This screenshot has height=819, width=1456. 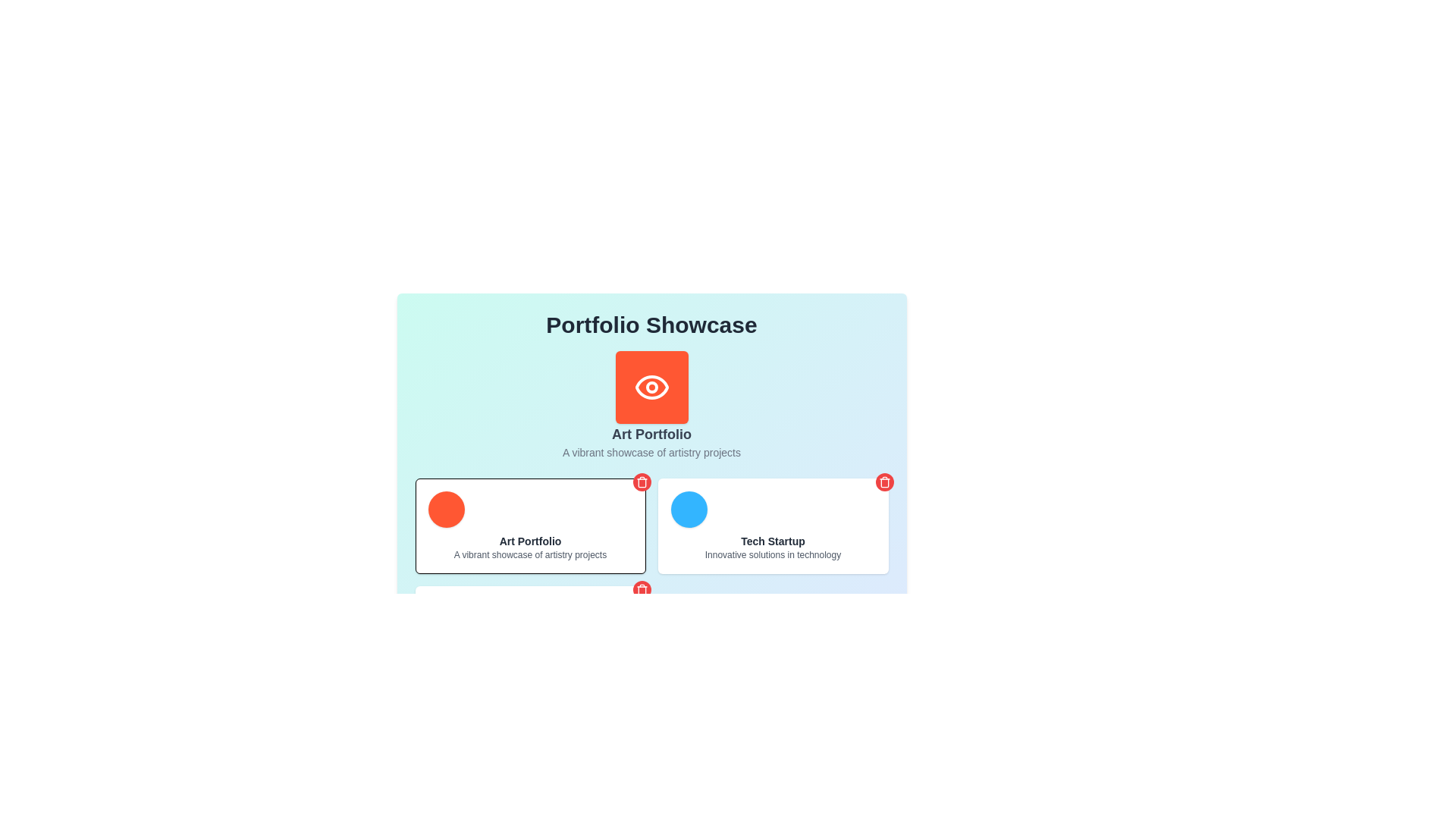 I want to click on the label displaying 'Tech Startup' and its subtitle 'Innovative solutions in technology', located in the second card on the right in the lower row of the 'Portfolio Showcase' interface, so click(x=773, y=547).